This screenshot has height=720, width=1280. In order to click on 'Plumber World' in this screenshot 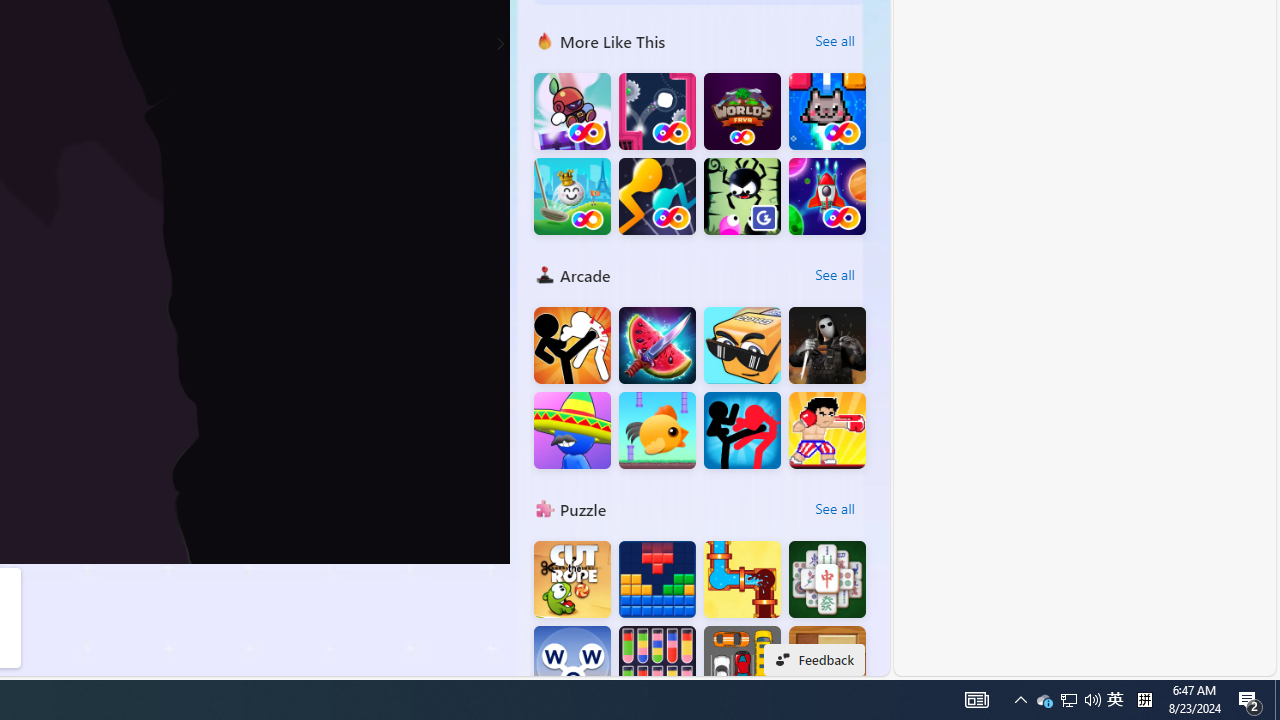, I will do `click(741, 579)`.